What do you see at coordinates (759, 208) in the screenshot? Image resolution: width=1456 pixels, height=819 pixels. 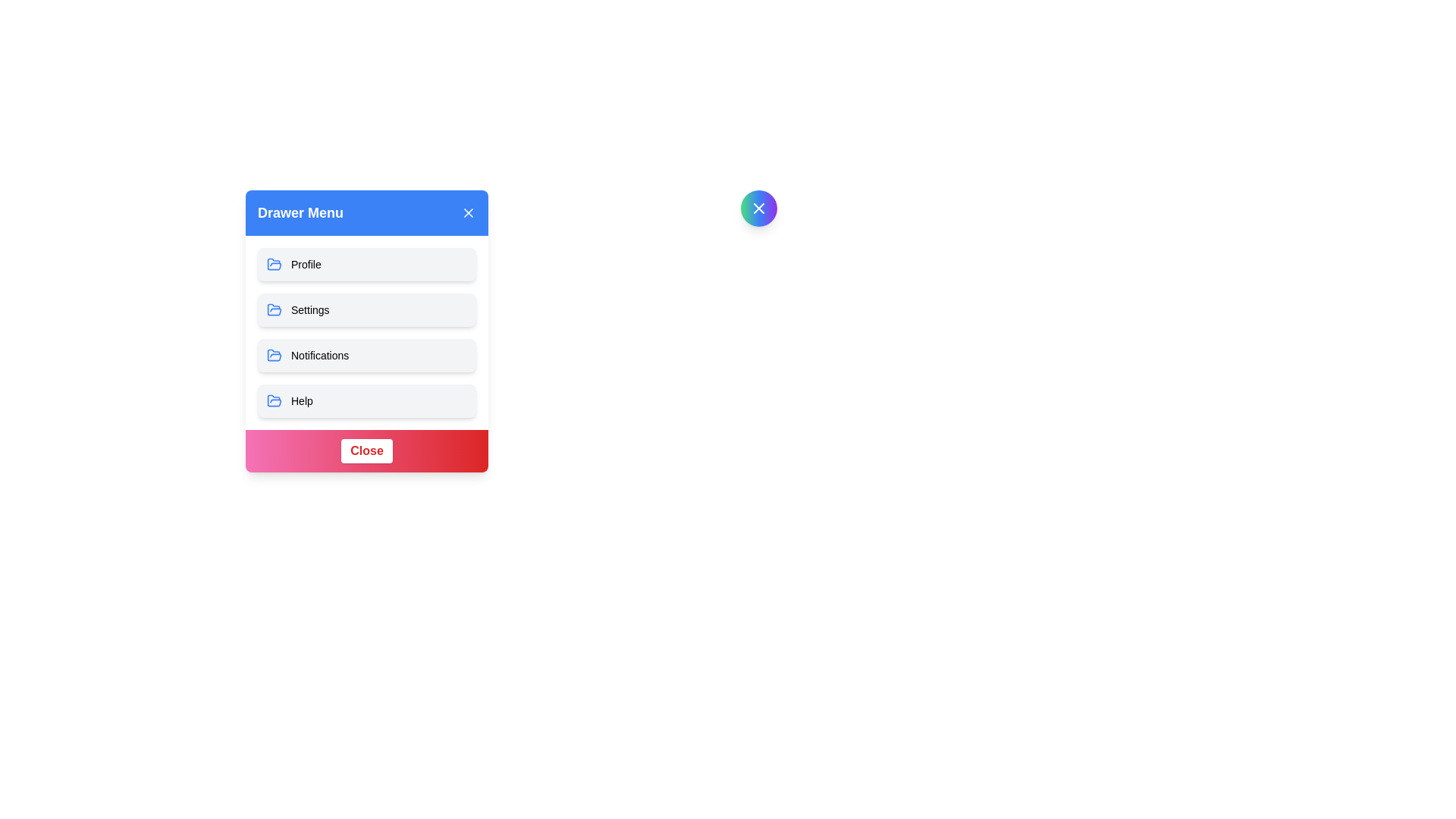 I see `the circular button with an 'X' icon that has a gradient color from green to blue and purple to possibly see a tooltip` at bounding box center [759, 208].